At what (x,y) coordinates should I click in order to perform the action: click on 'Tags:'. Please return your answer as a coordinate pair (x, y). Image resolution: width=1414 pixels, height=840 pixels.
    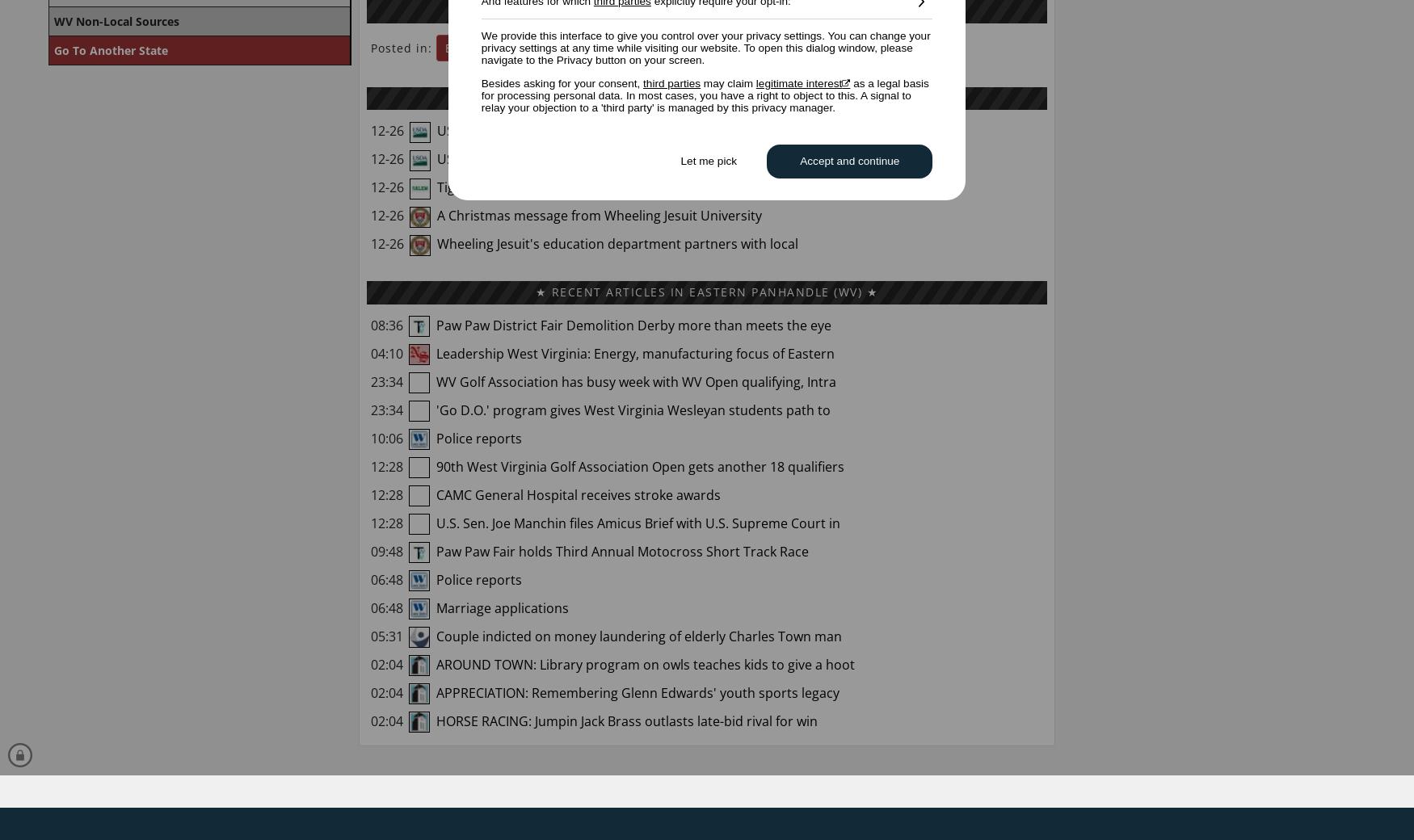
    Looking at the image, I should click on (742, 47).